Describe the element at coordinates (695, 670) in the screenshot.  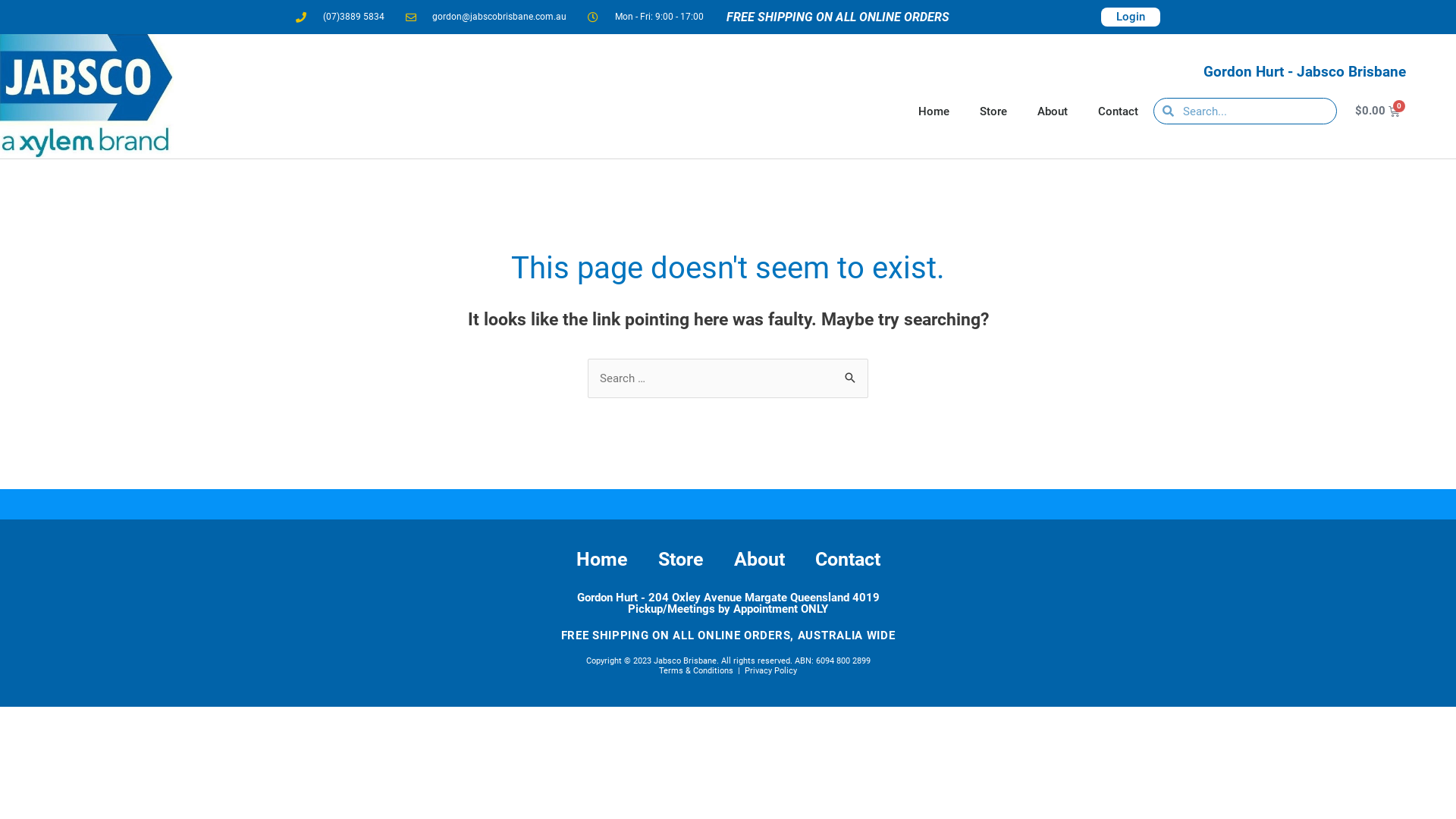
I see `'Terms & Conditions'` at that location.